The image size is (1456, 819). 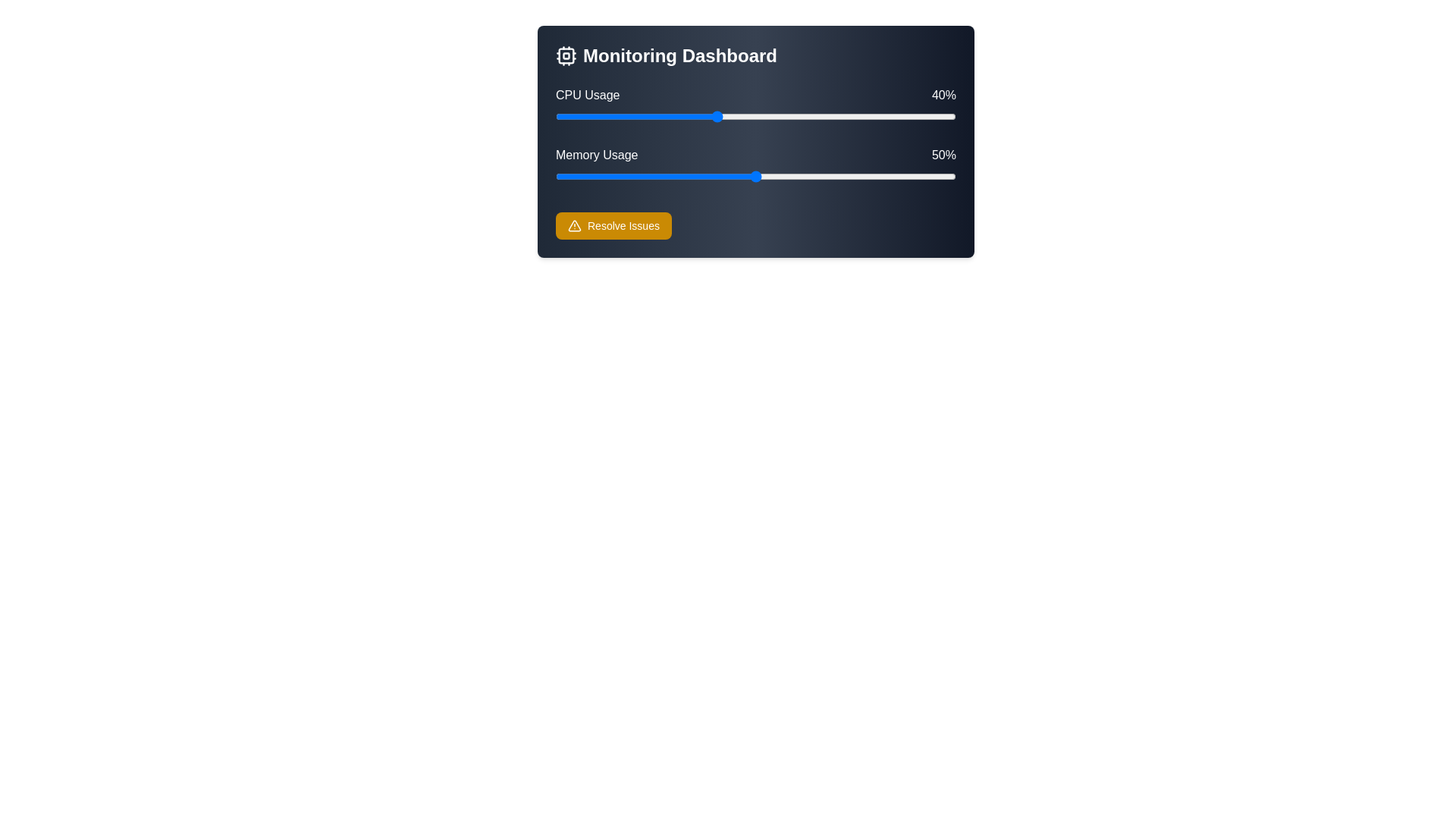 I want to click on the memory usage range slider control, which is currently set at 50%, so click(x=756, y=166).